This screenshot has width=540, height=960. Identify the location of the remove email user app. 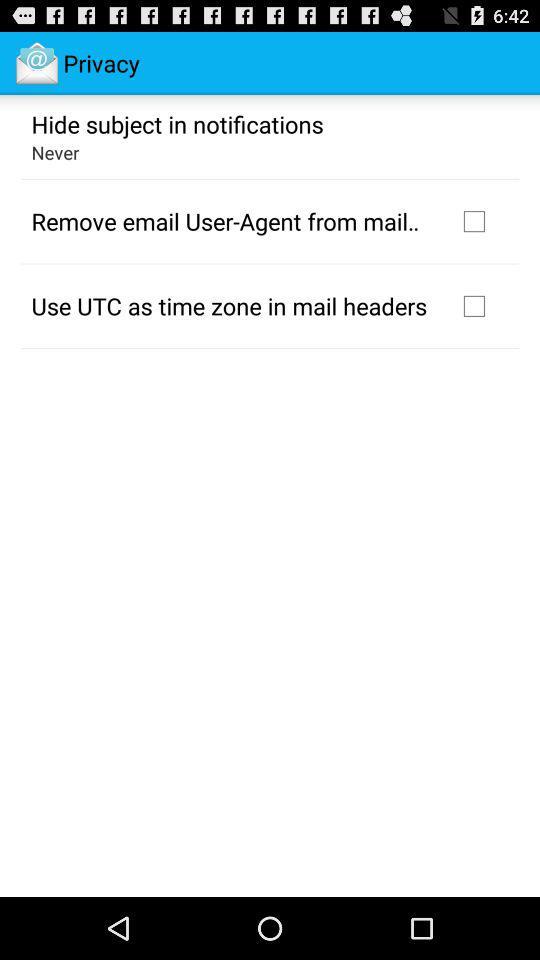
(230, 221).